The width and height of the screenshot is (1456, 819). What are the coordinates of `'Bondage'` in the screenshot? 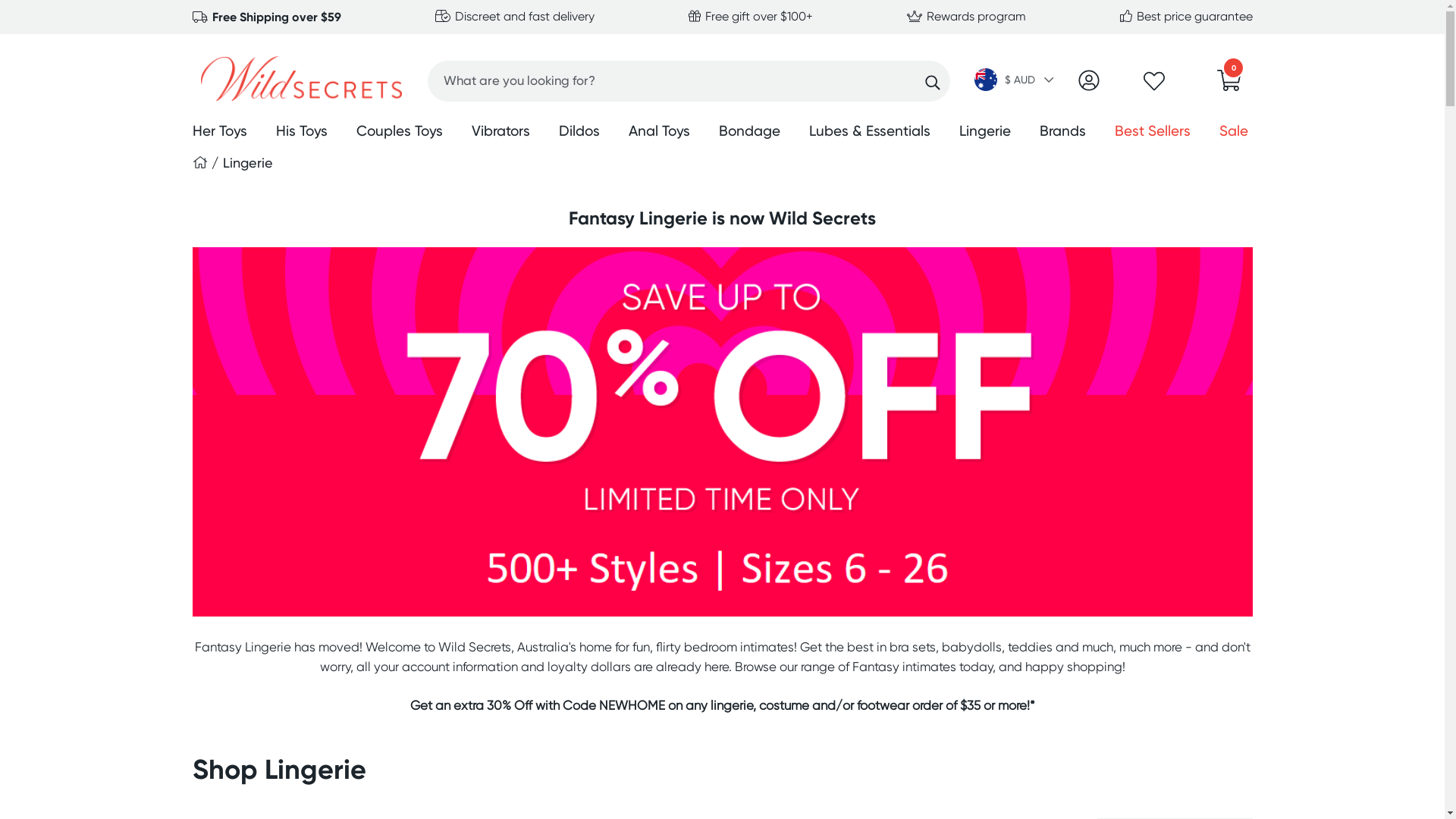 It's located at (718, 131).